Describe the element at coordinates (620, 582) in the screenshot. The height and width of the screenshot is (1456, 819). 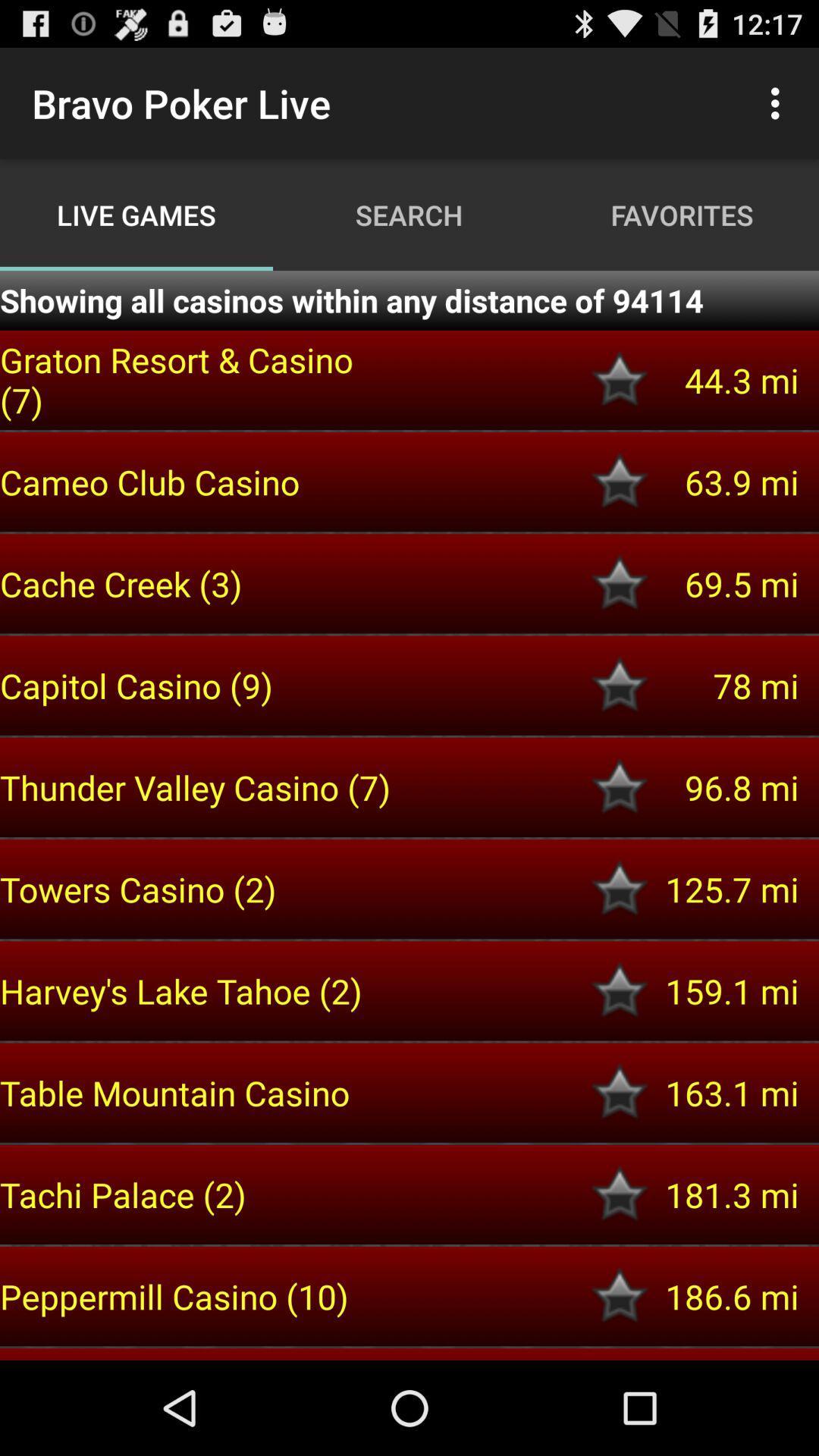
I see `favorite` at that location.